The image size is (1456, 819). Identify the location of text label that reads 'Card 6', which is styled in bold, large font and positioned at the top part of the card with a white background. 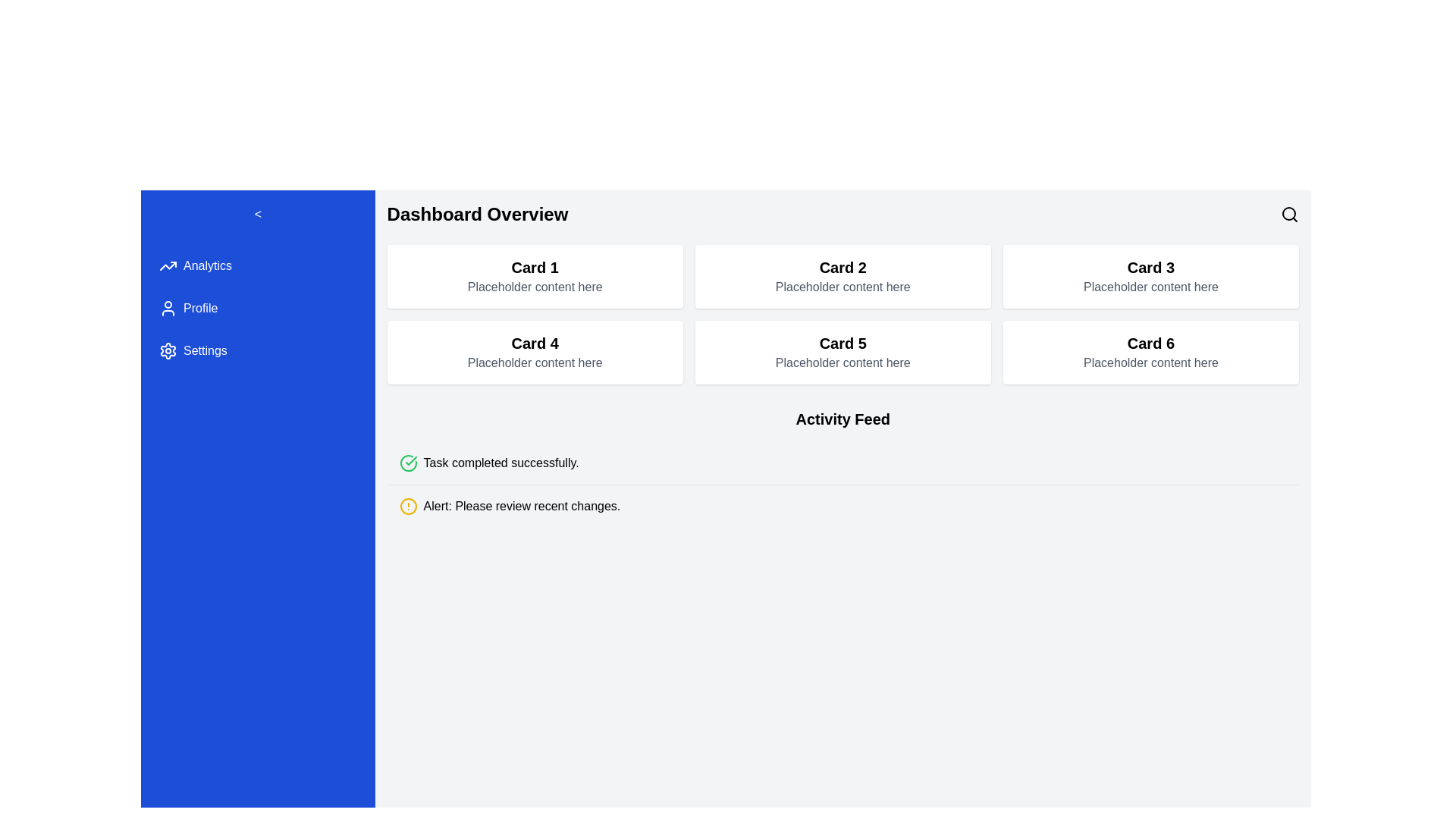
(1150, 343).